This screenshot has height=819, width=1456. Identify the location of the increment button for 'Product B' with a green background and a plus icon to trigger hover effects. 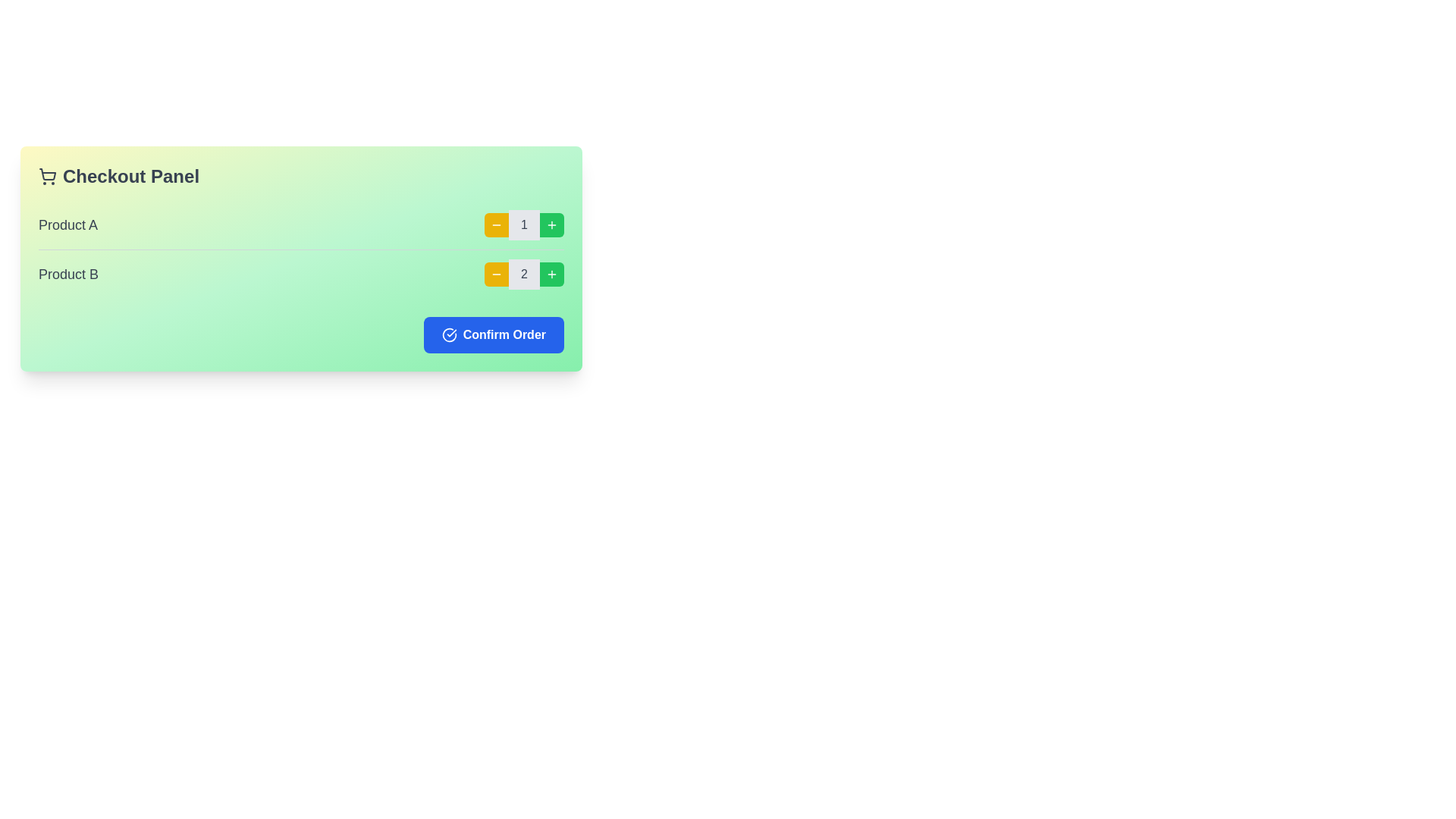
(551, 275).